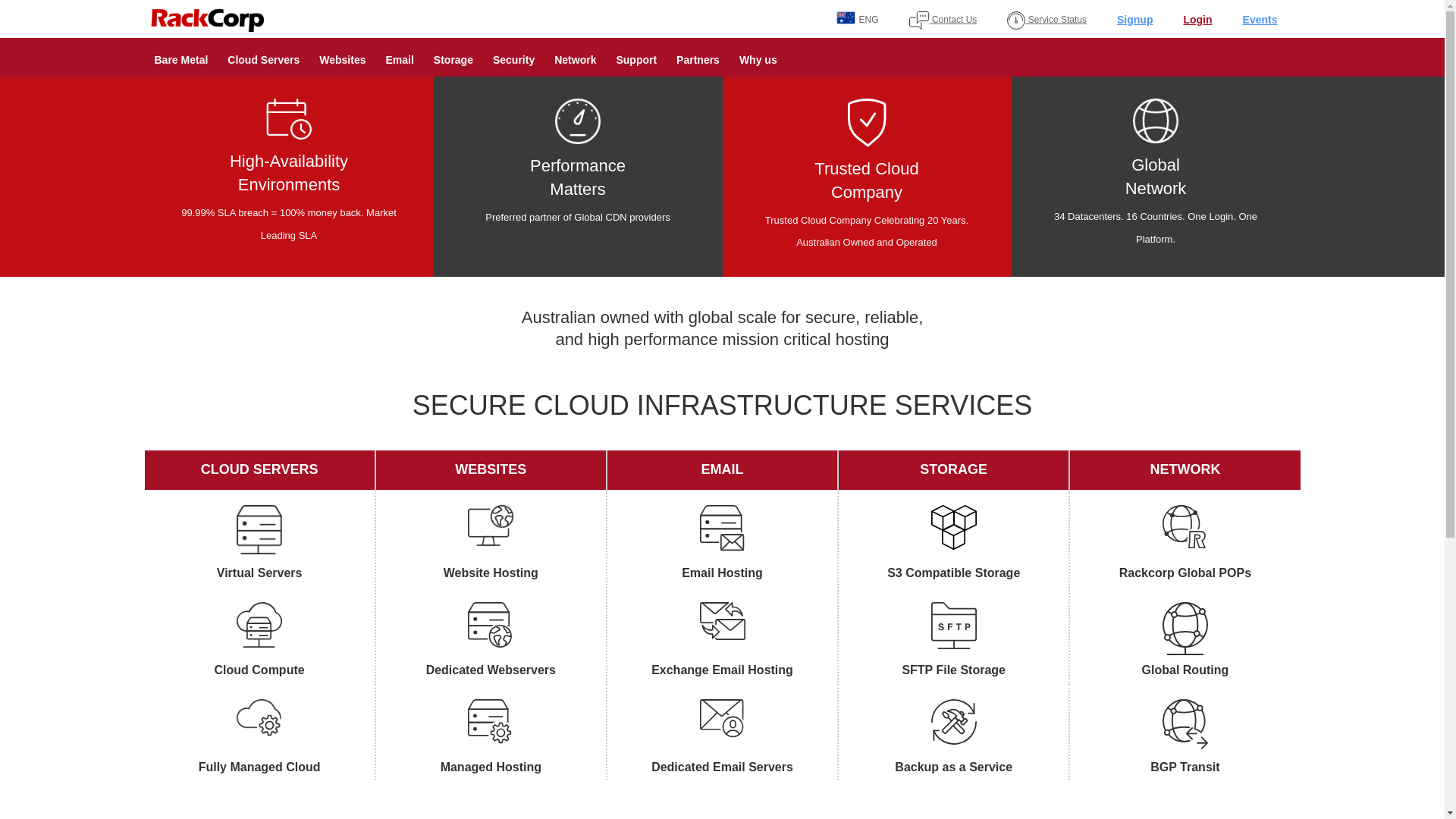 The width and height of the screenshot is (1456, 819). I want to click on 'Global Routing', so click(1184, 639).